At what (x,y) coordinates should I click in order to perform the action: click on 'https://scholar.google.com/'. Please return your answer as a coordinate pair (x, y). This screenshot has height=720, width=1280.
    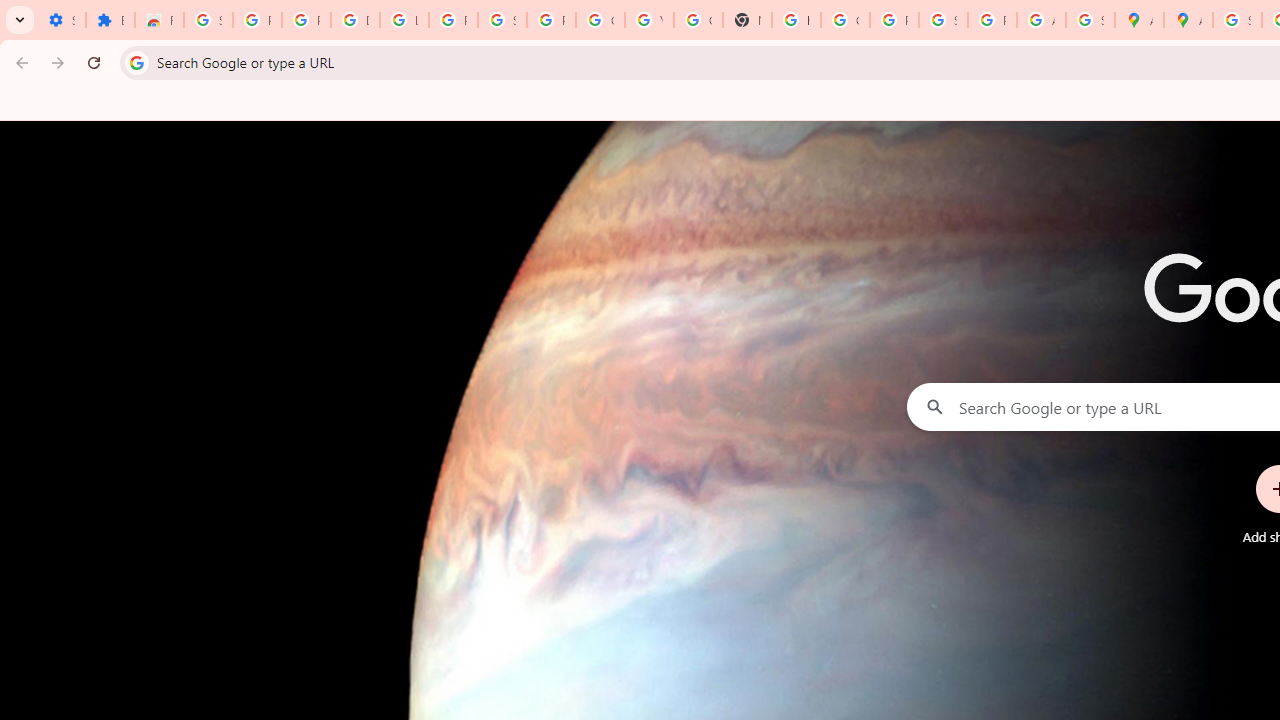
    Looking at the image, I should click on (795, 20).